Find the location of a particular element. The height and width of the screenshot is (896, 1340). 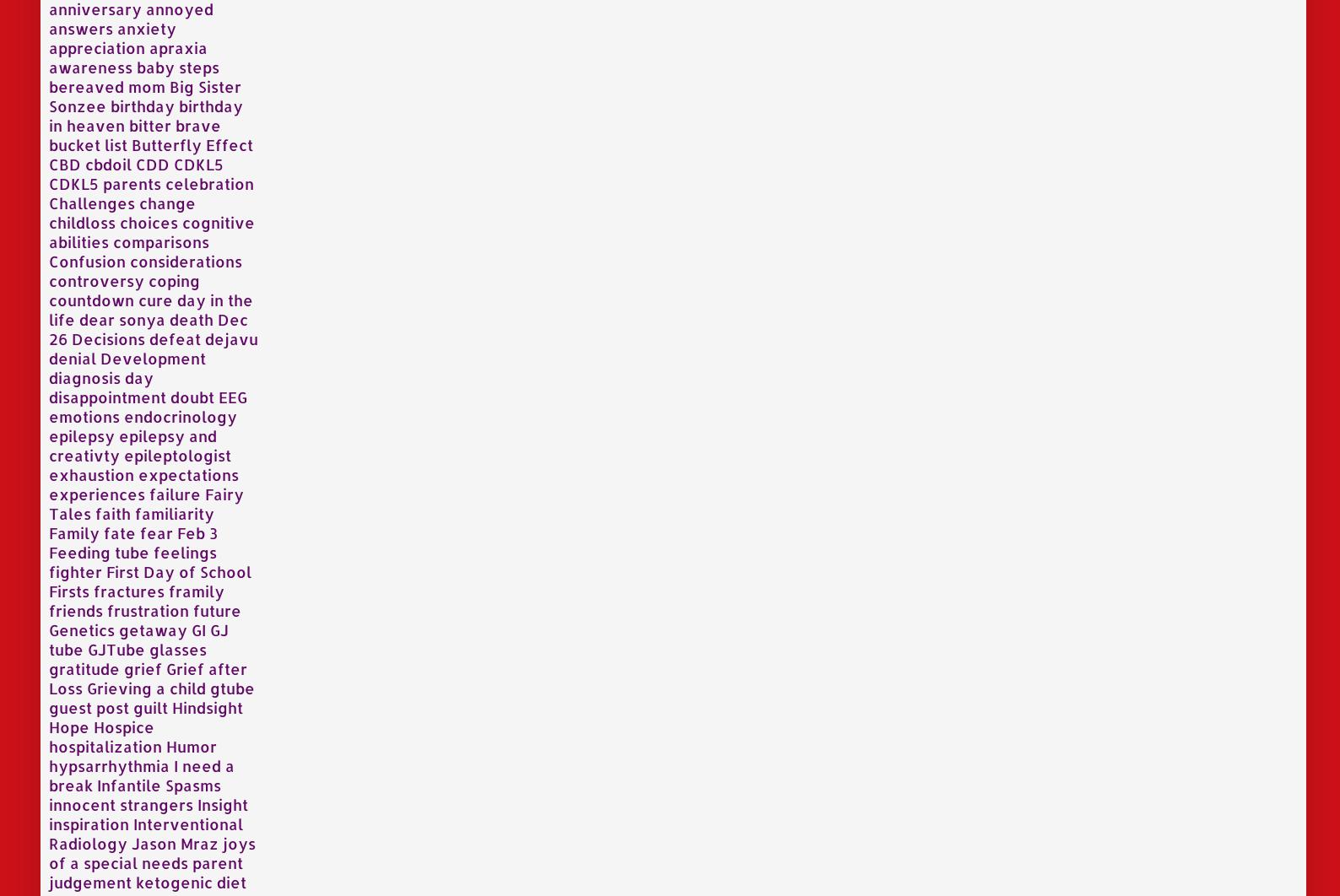

'doubt' is located at coordinates (192, 395).